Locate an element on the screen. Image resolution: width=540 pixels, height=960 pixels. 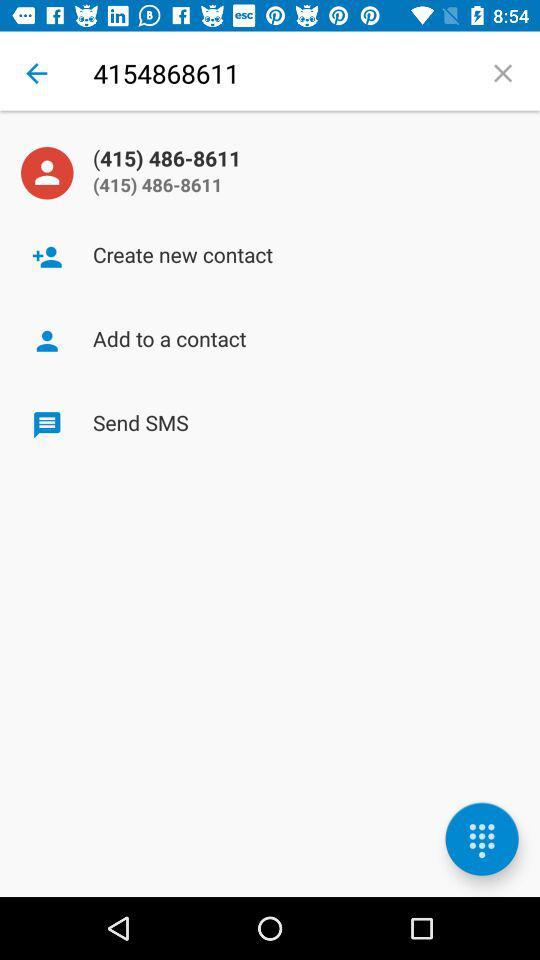
close icon on the right corner of the screen is located at coordinates (502, 73).